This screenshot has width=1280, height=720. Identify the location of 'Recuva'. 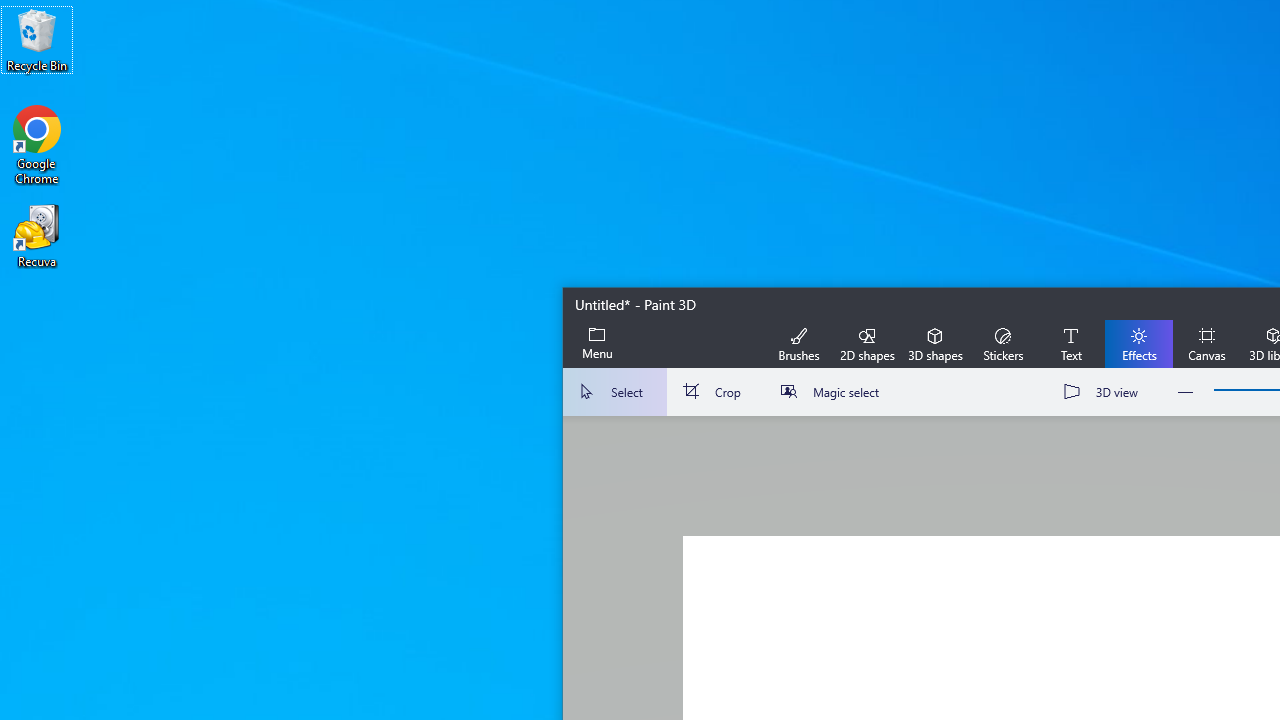
(37, 234).